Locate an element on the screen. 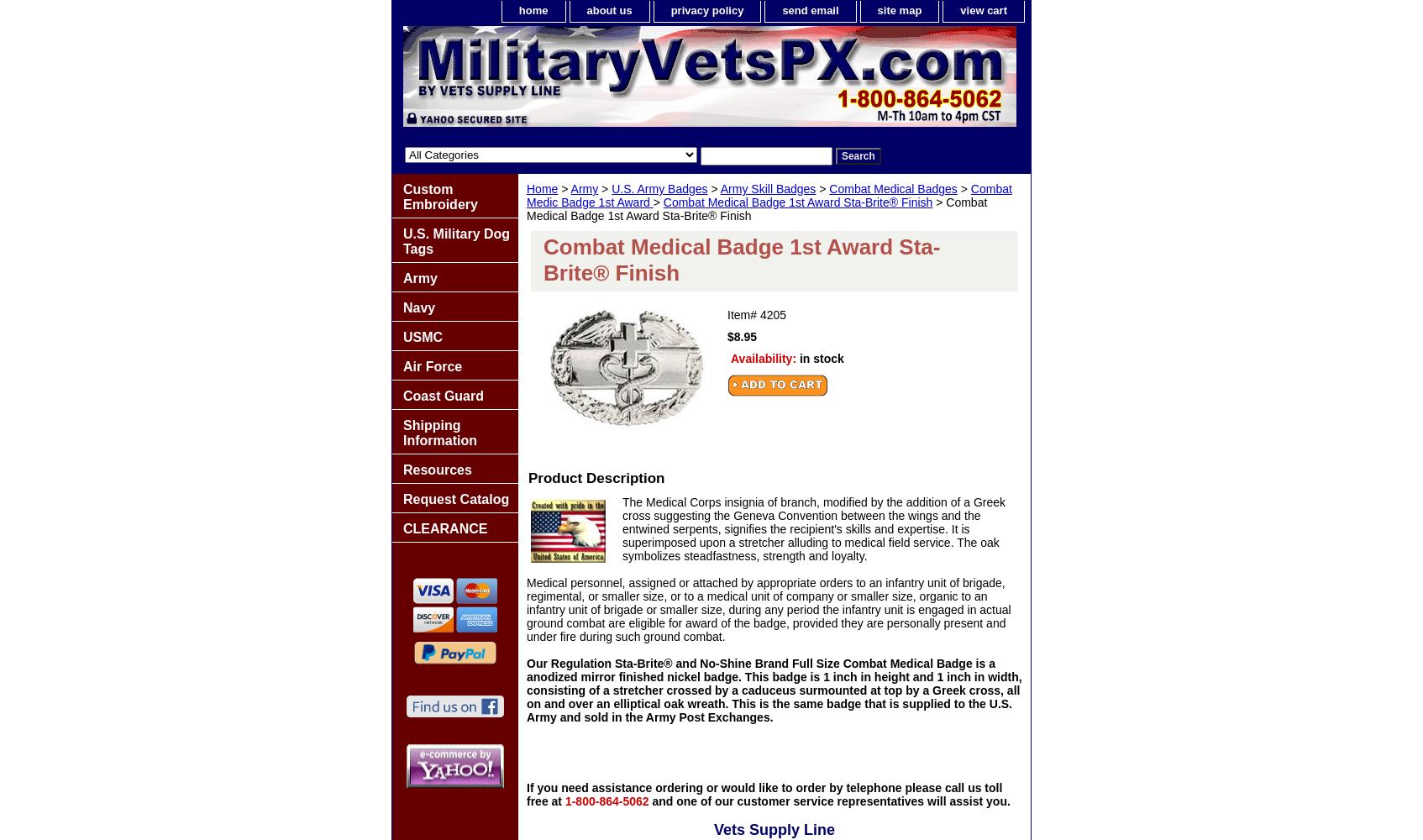  'privacy policy' is located at coordinates (706, 10).